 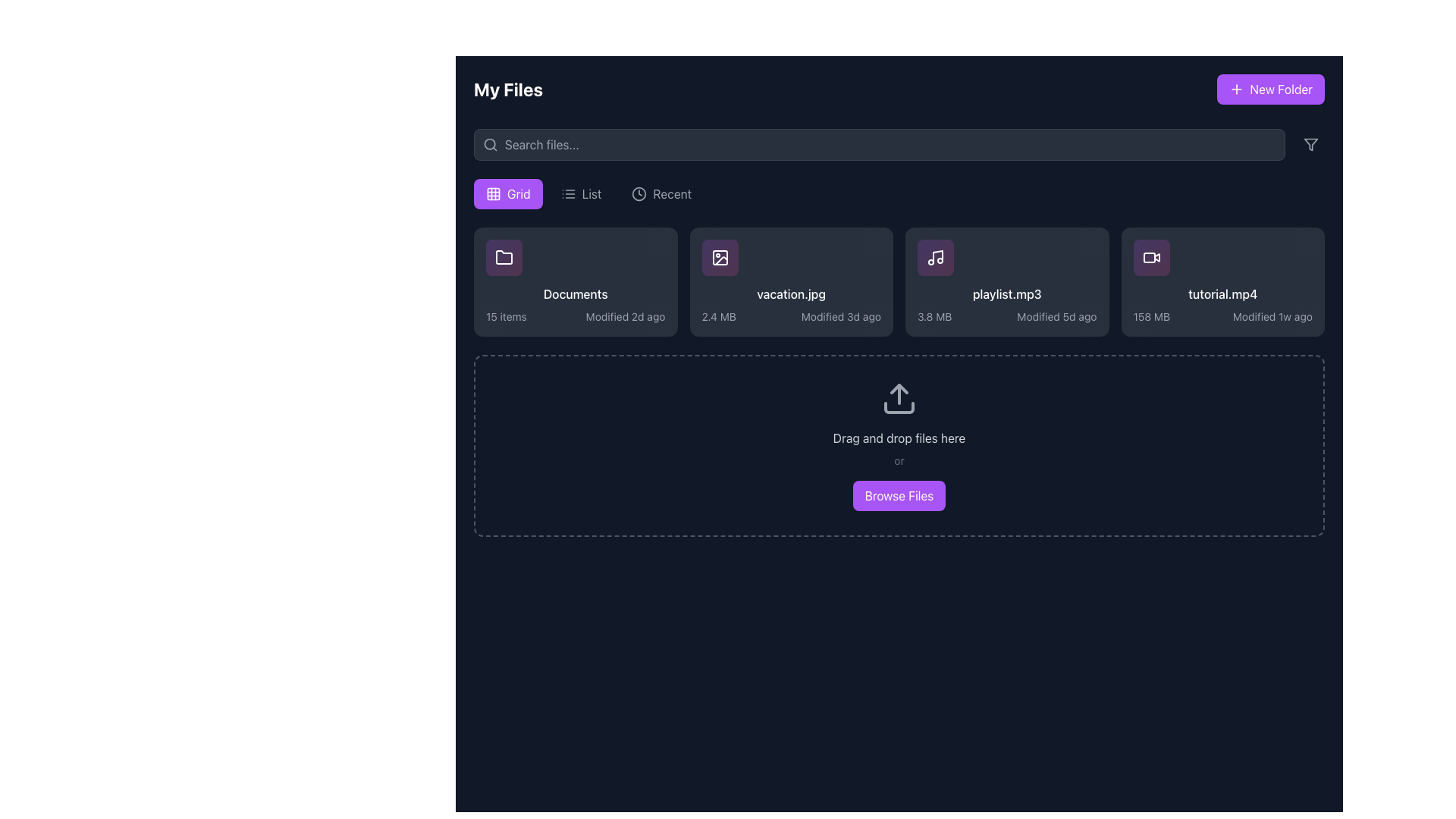 I want to click on the upload icon, which is a gray line-drawn arrow pointing upwards into a semi-circular shape, located above the text 'Drag and drop files here' and below the grid of file icons, so click(x=899, y=397).